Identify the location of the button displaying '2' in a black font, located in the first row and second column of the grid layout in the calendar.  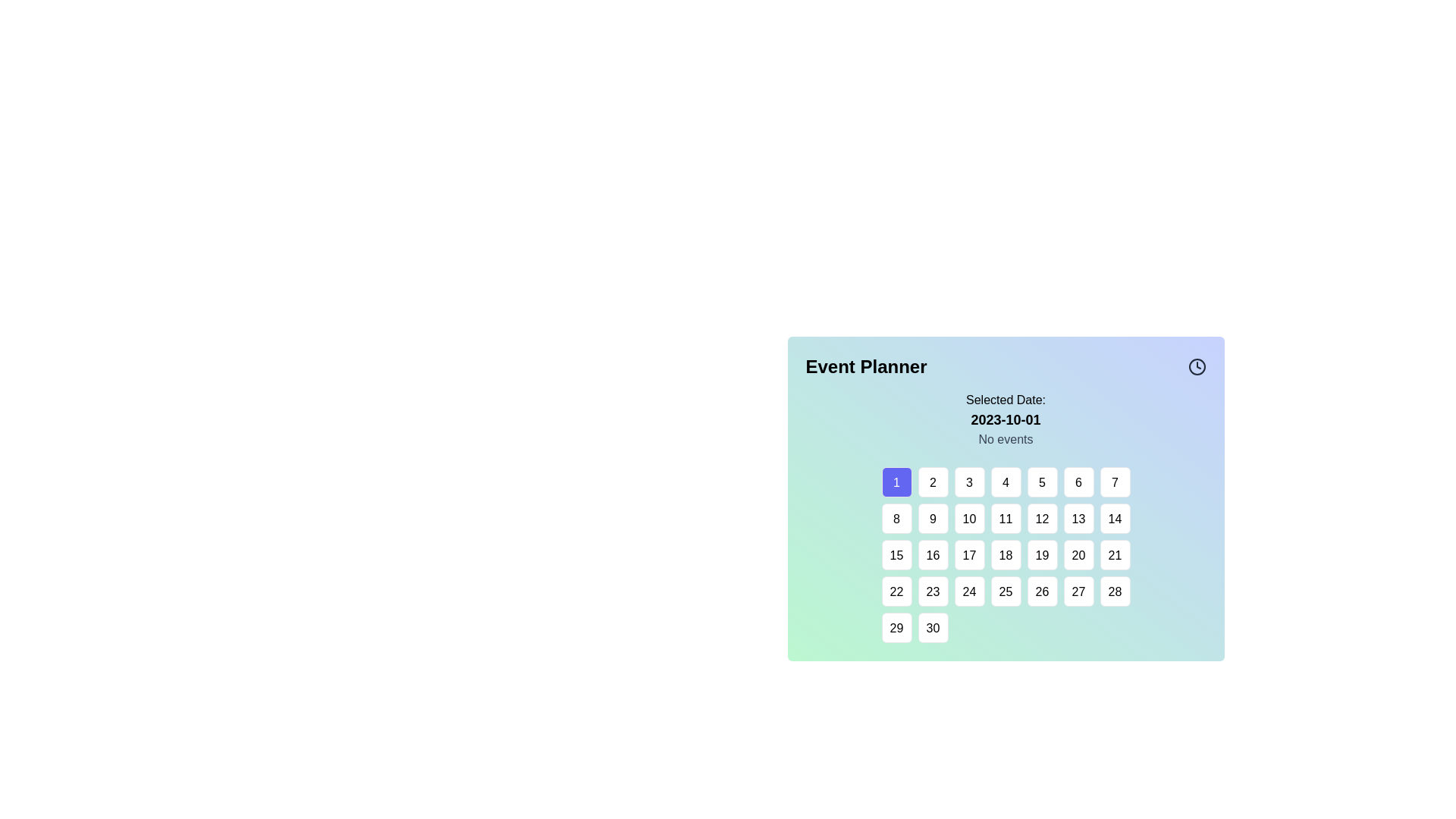
(932, 482).